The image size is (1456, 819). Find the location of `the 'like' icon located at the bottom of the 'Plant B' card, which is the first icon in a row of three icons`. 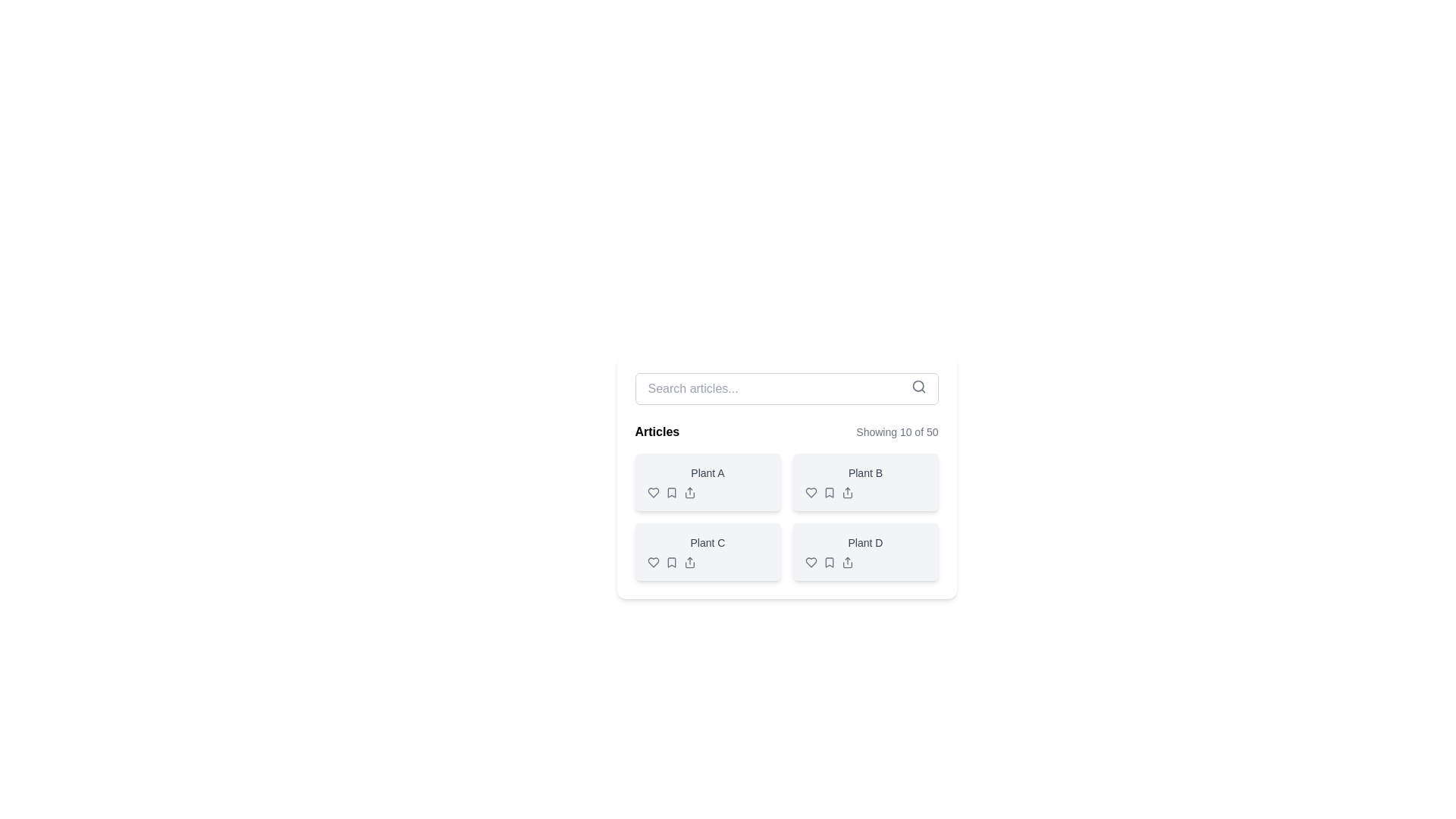

the 'like' icon located at the bottom of the 'Plant B' card, which is the first icon in a row of three icons is located at coordinates (810, 493).